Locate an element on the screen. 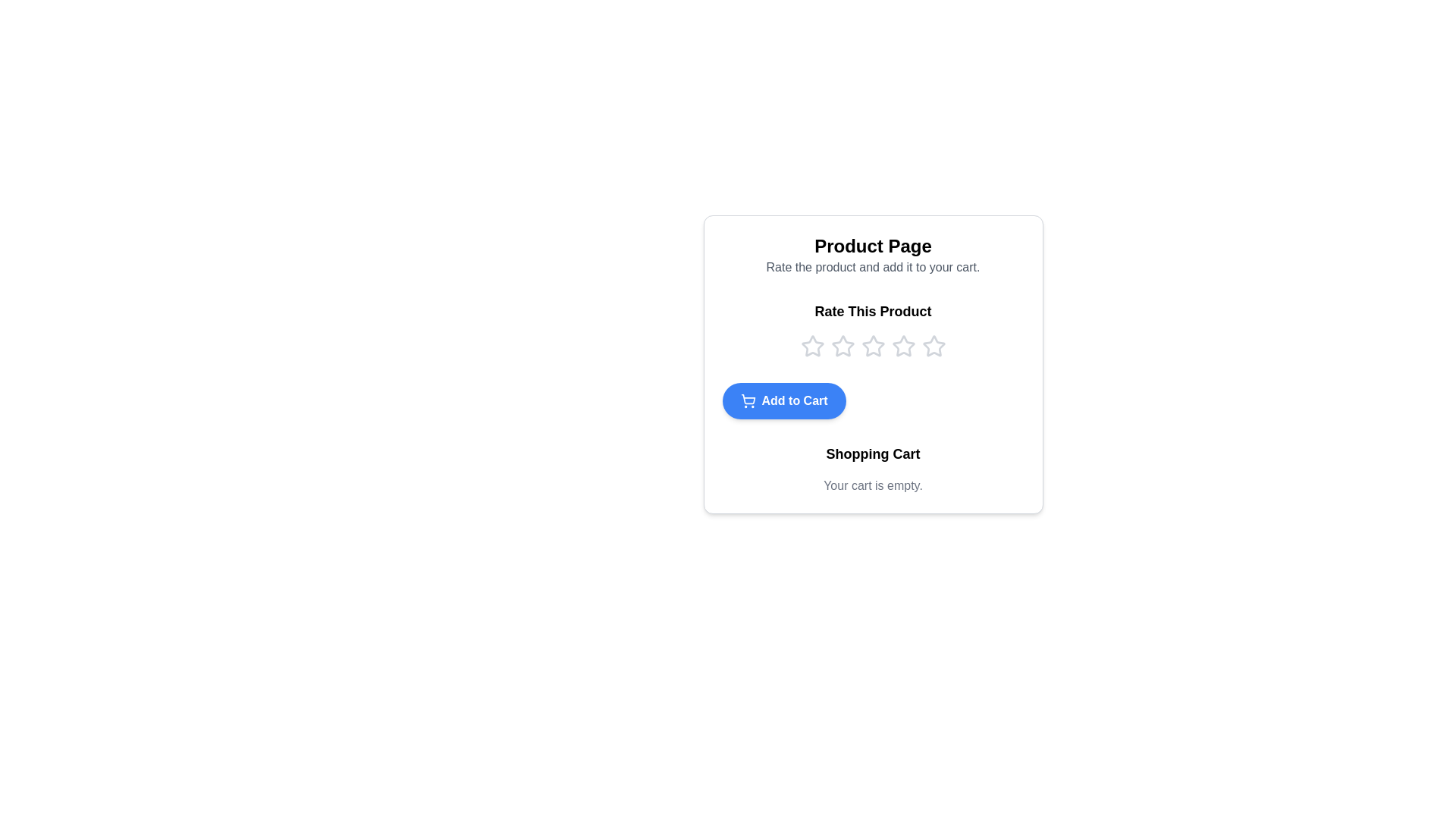 Image resolution: width=1456 pixels, height=819 pixels. the button displaying the label for adding items to the cart is located at coordinates (794, 400).